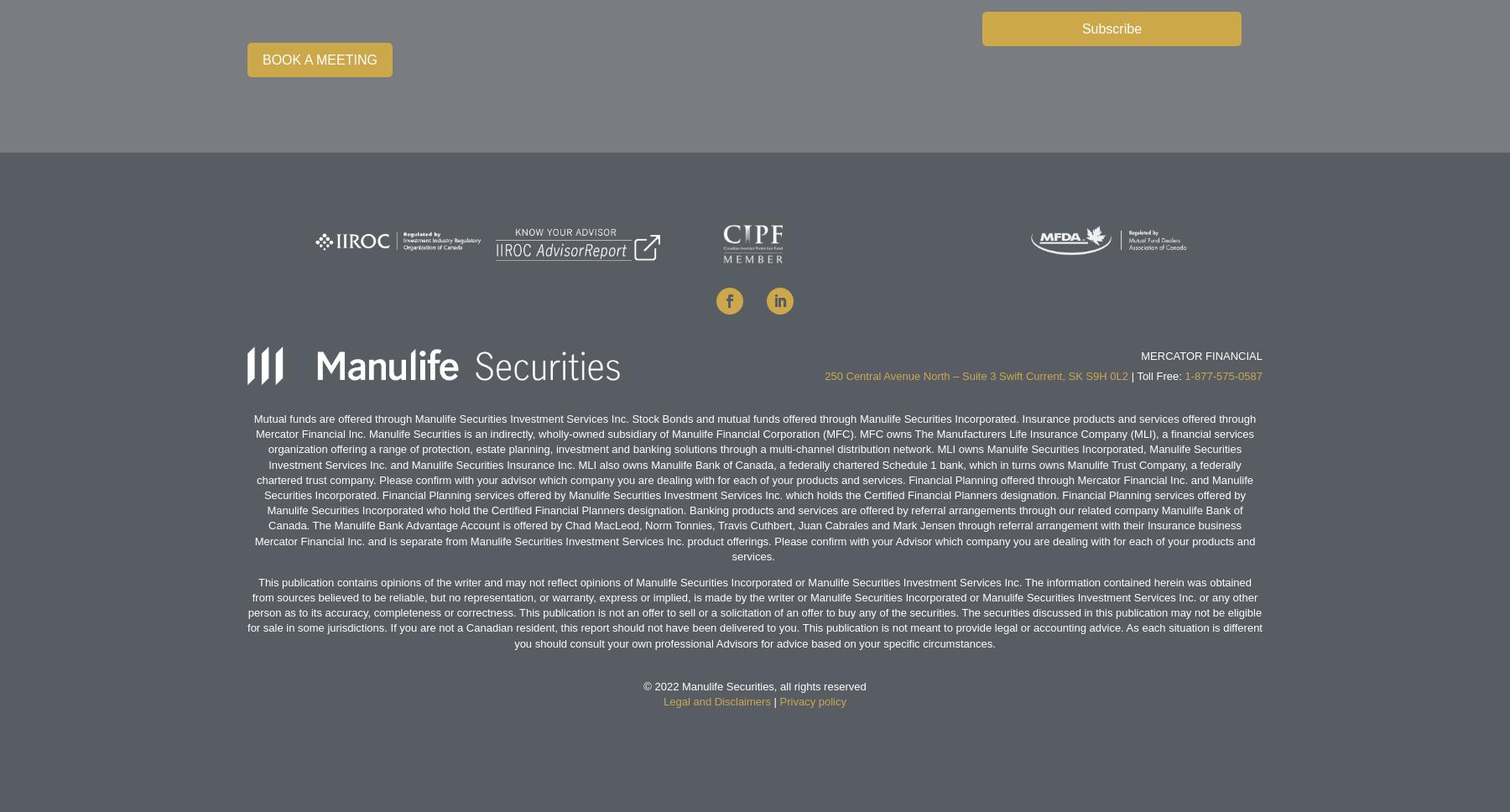 This screenshot has height=812, width=1510. Describe the element at coordinates (675, 494) in the screenshot. I see `'Manulife Securities Investment Services Inc.'` at that location.